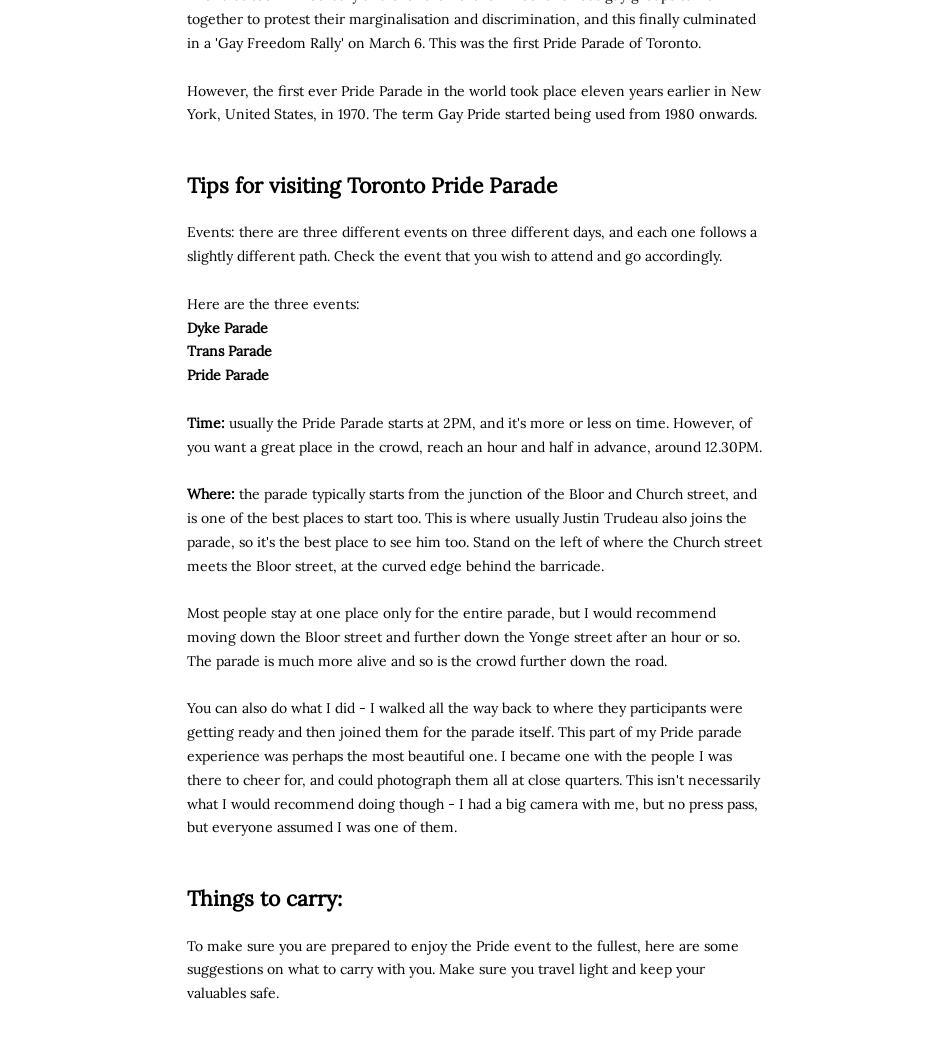 Image resolution: width=950 pixels, height=1037 pixels. I want to click on 'Trans Parade', so click(229, 350).